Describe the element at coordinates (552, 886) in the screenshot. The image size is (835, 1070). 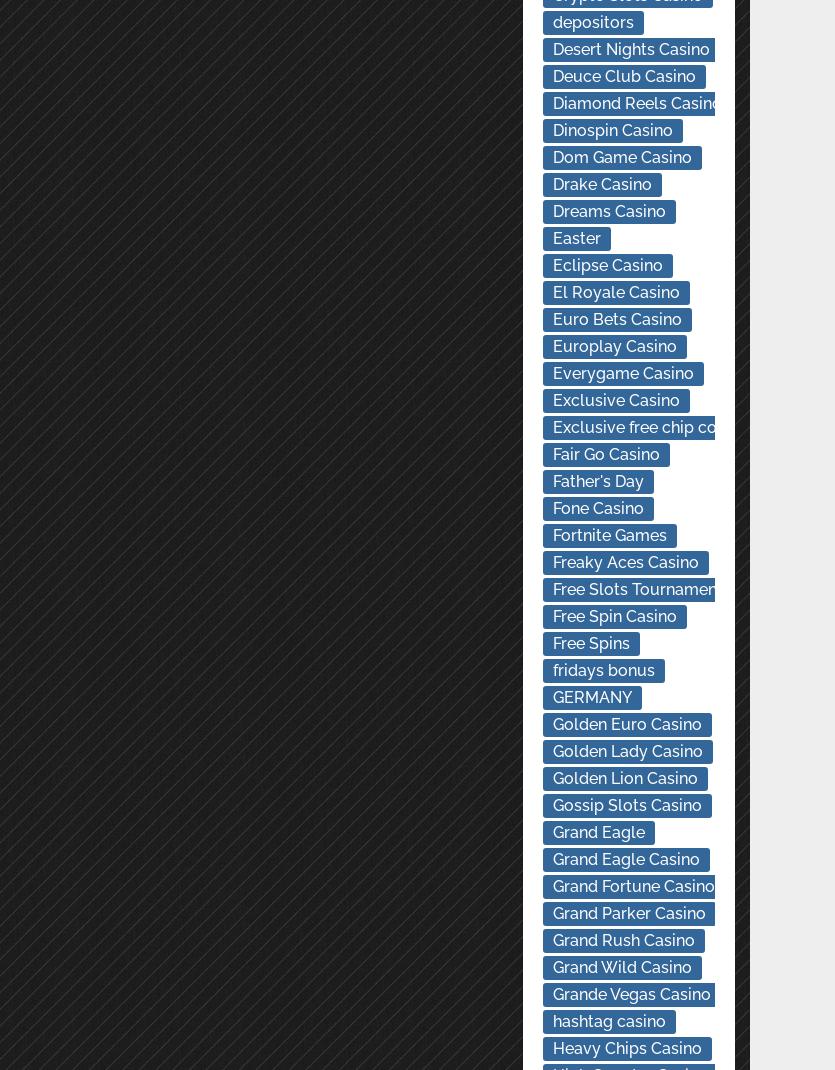
I see `'Grand Fortune Casino'` at that location.